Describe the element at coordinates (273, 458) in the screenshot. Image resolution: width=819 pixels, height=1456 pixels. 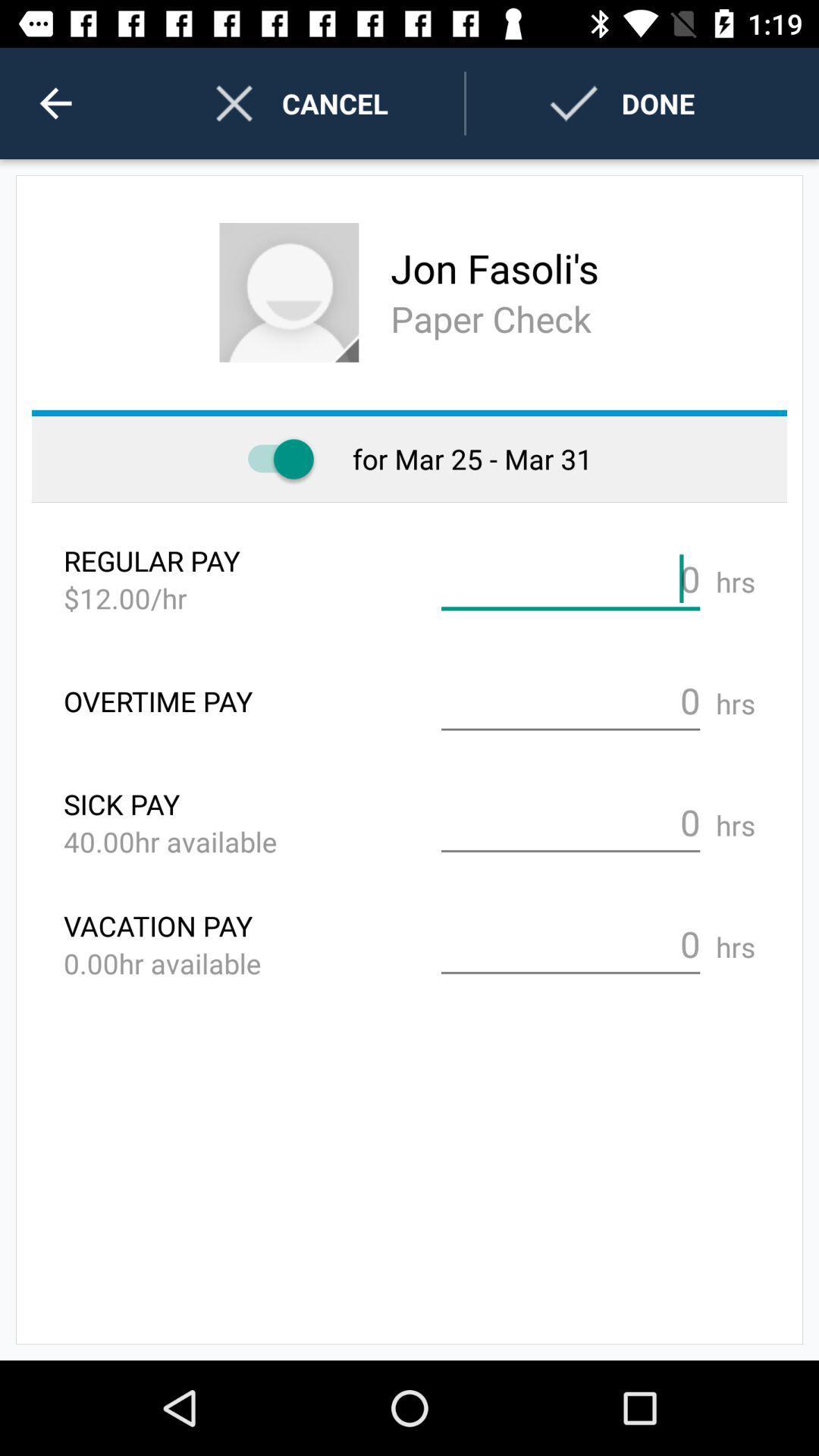
I see `week` at that location.